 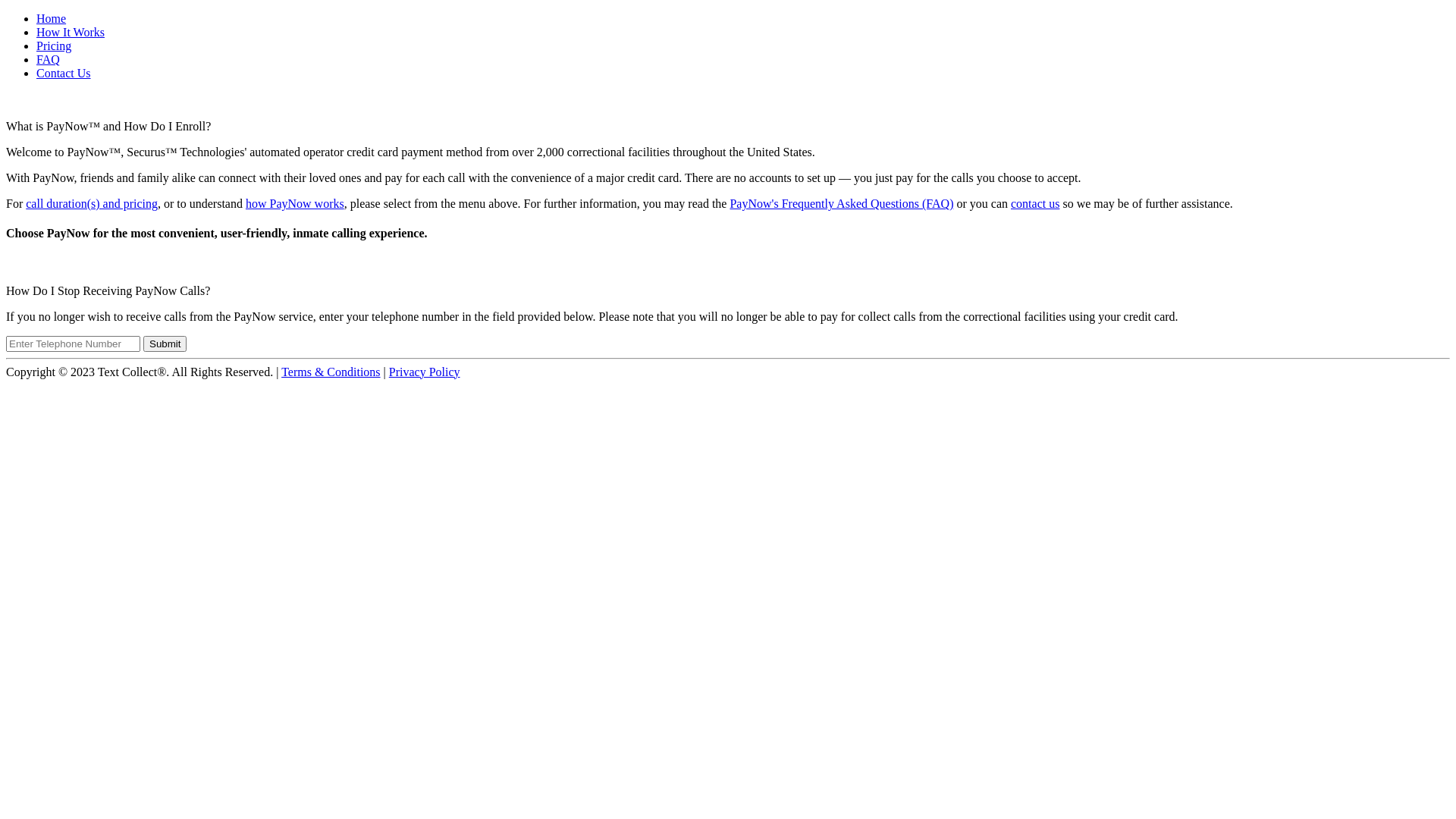 I want to click on 'Contact Us', so click(x=62, y=73).